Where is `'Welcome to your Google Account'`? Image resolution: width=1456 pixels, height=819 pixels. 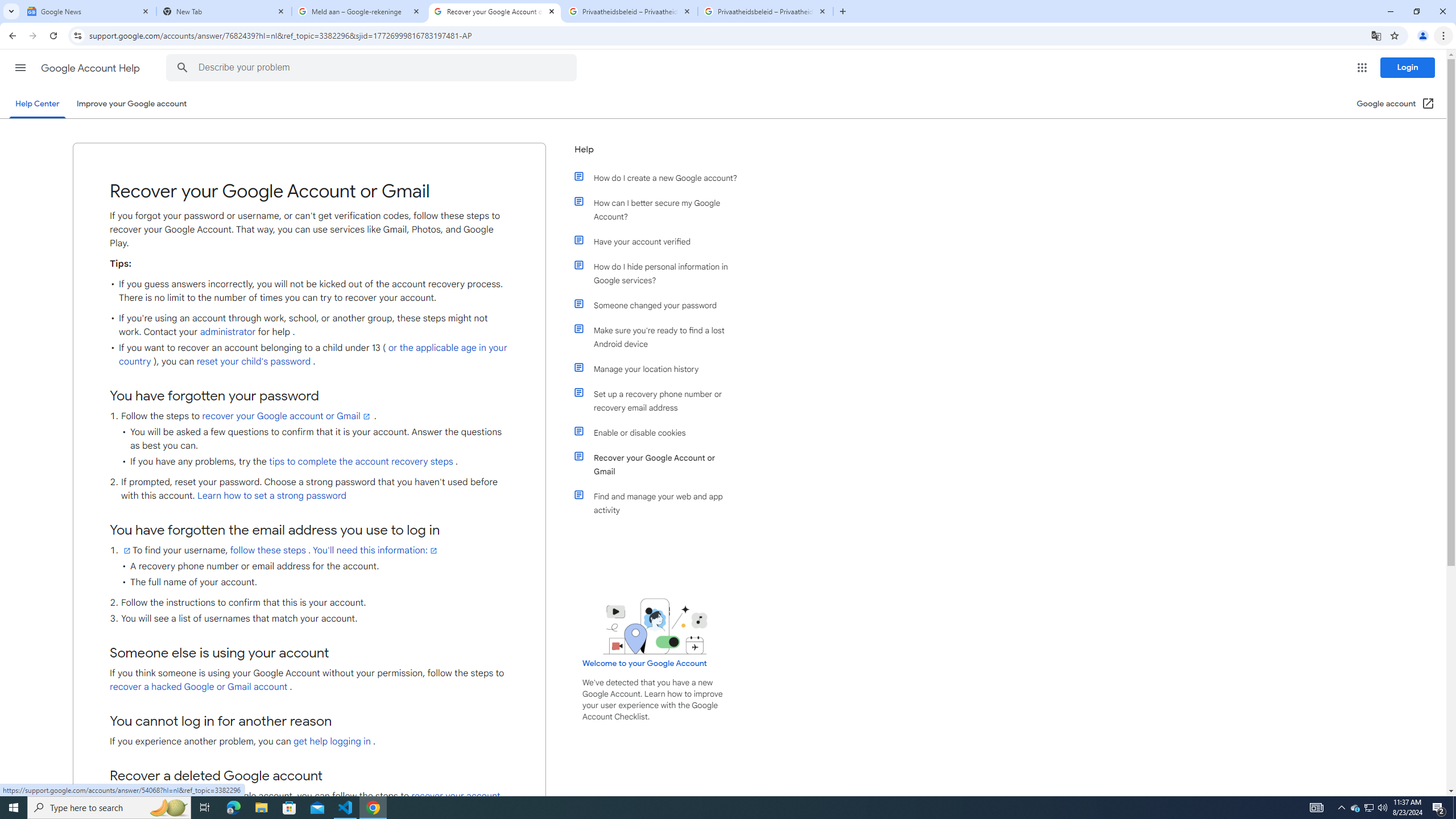 'Welcome to your Google Account' is located at coordinates (644, 662).